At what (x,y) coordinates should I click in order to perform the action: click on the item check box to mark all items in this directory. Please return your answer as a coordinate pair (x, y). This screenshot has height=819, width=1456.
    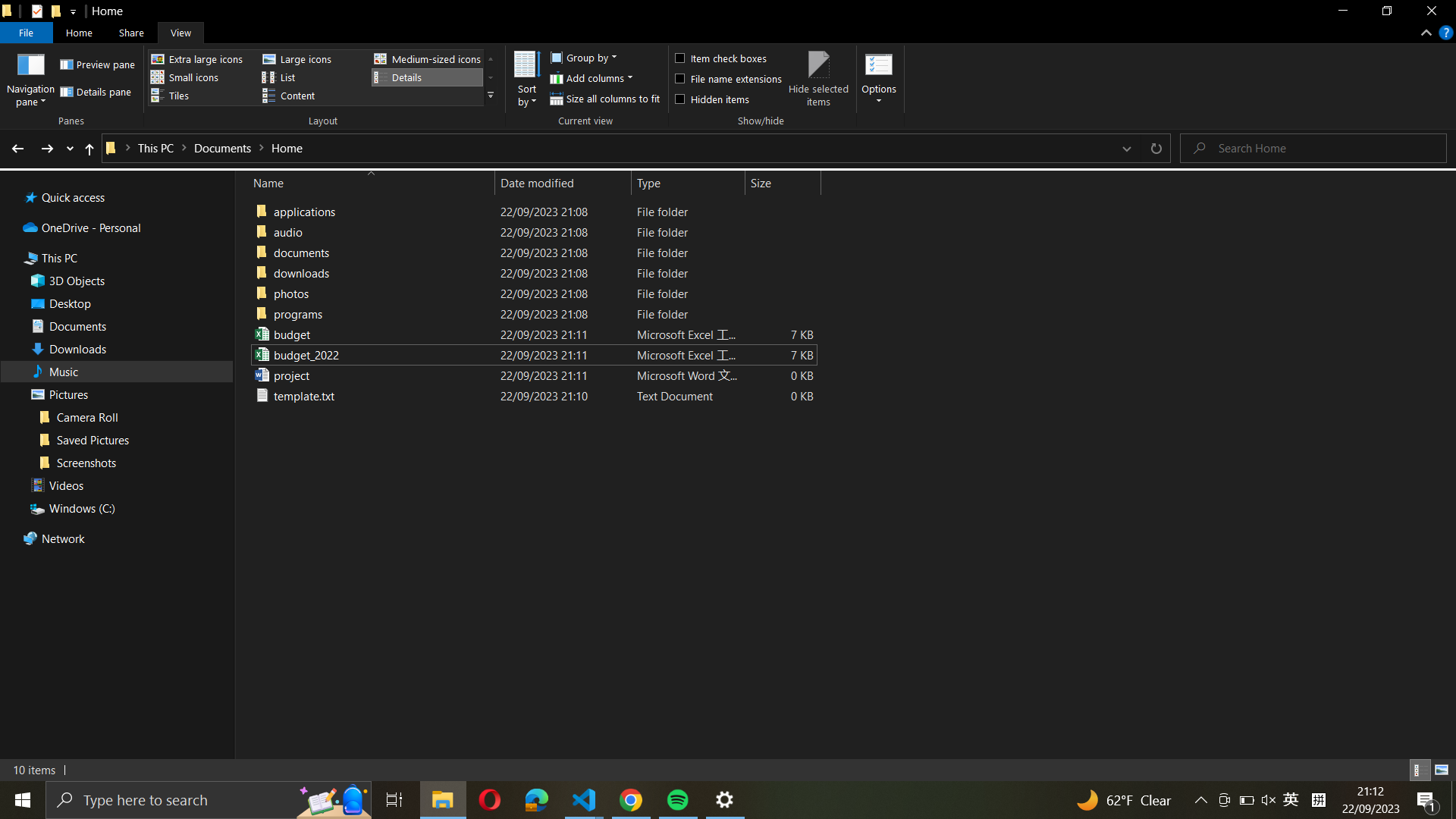
    Looking at the image, I should click on (726, 55).